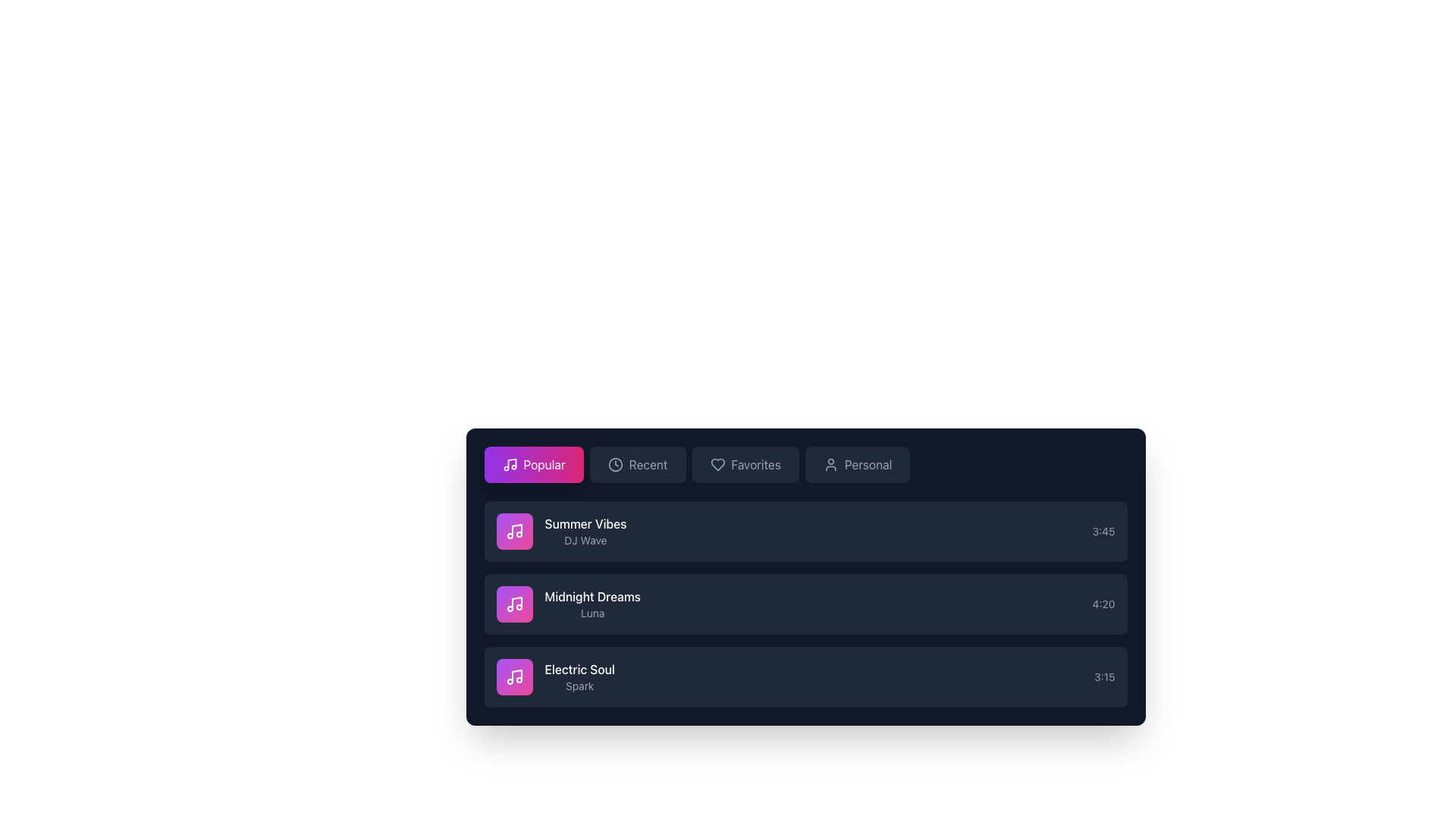  What do you see at coordinates (591, 595) in the screenshot?
I see `the text label displaying 'Midnight Dreams' in bold, white font, located in the second list item below 'Summer Vibes'` at bounding box center [591, 595].